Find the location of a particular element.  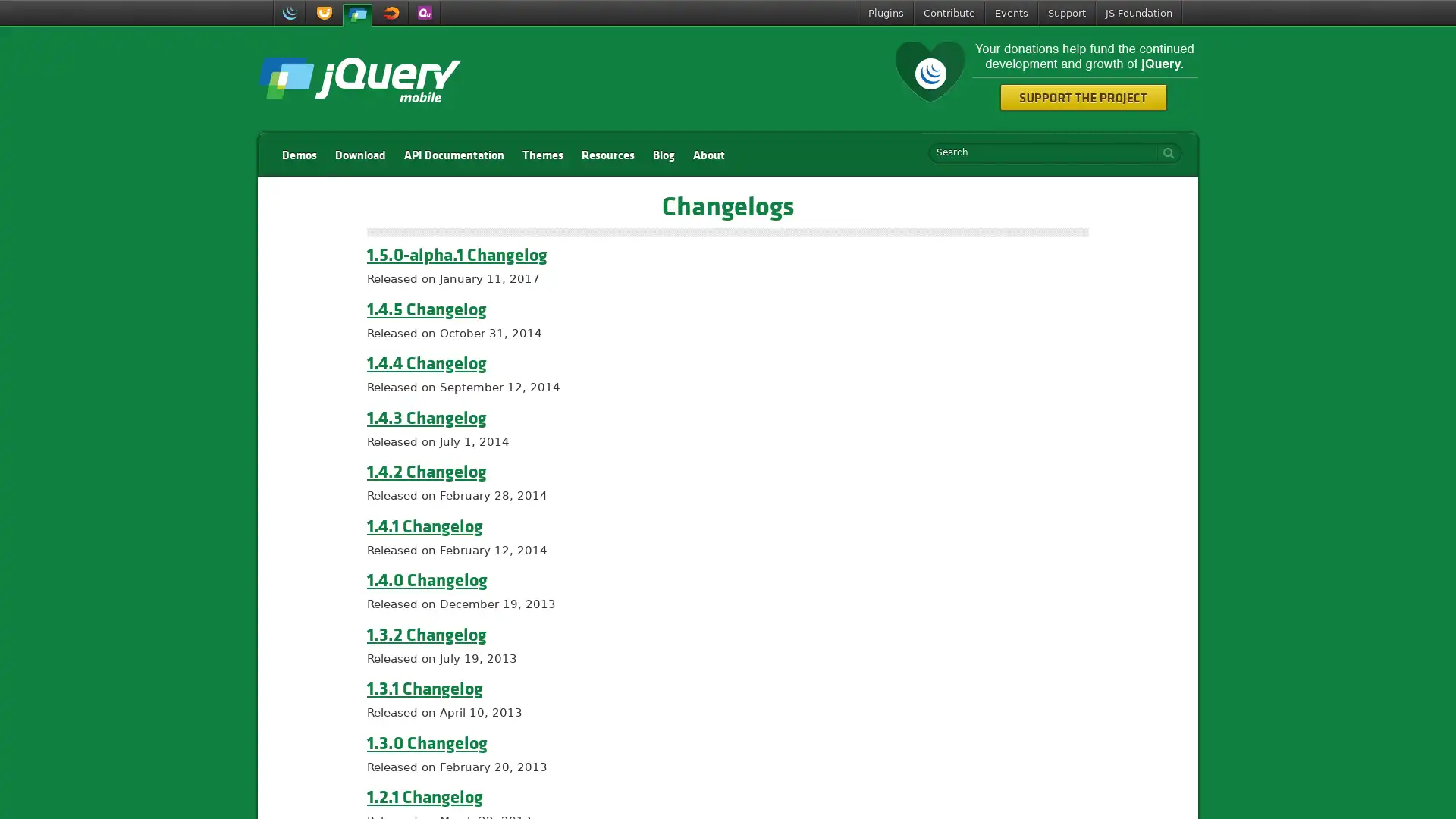

search is located at coordinates (1164, 152).